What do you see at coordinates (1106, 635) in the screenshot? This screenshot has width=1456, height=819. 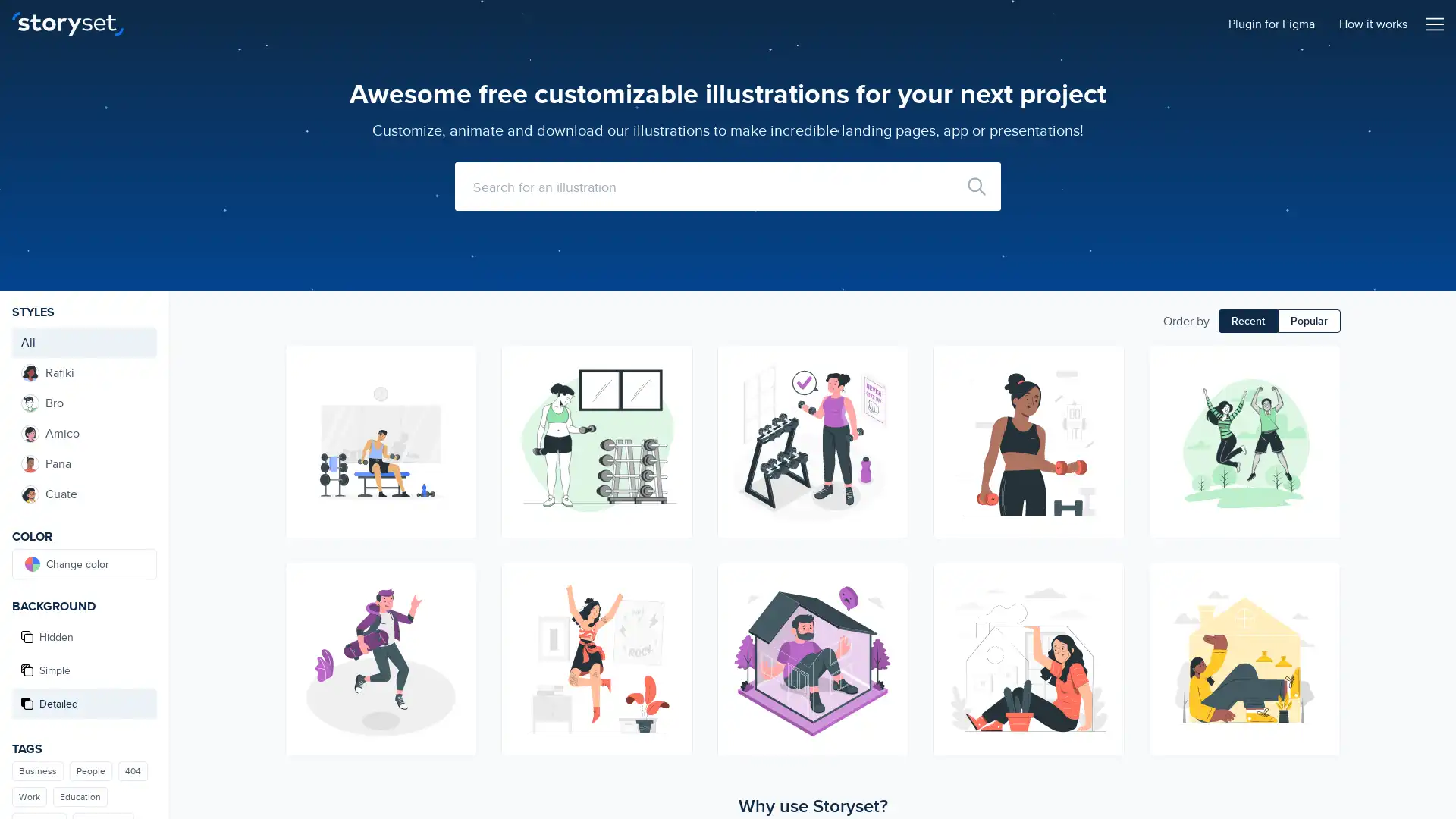 I see `Pinterest icon Save` at bounding box center [1106, 635].